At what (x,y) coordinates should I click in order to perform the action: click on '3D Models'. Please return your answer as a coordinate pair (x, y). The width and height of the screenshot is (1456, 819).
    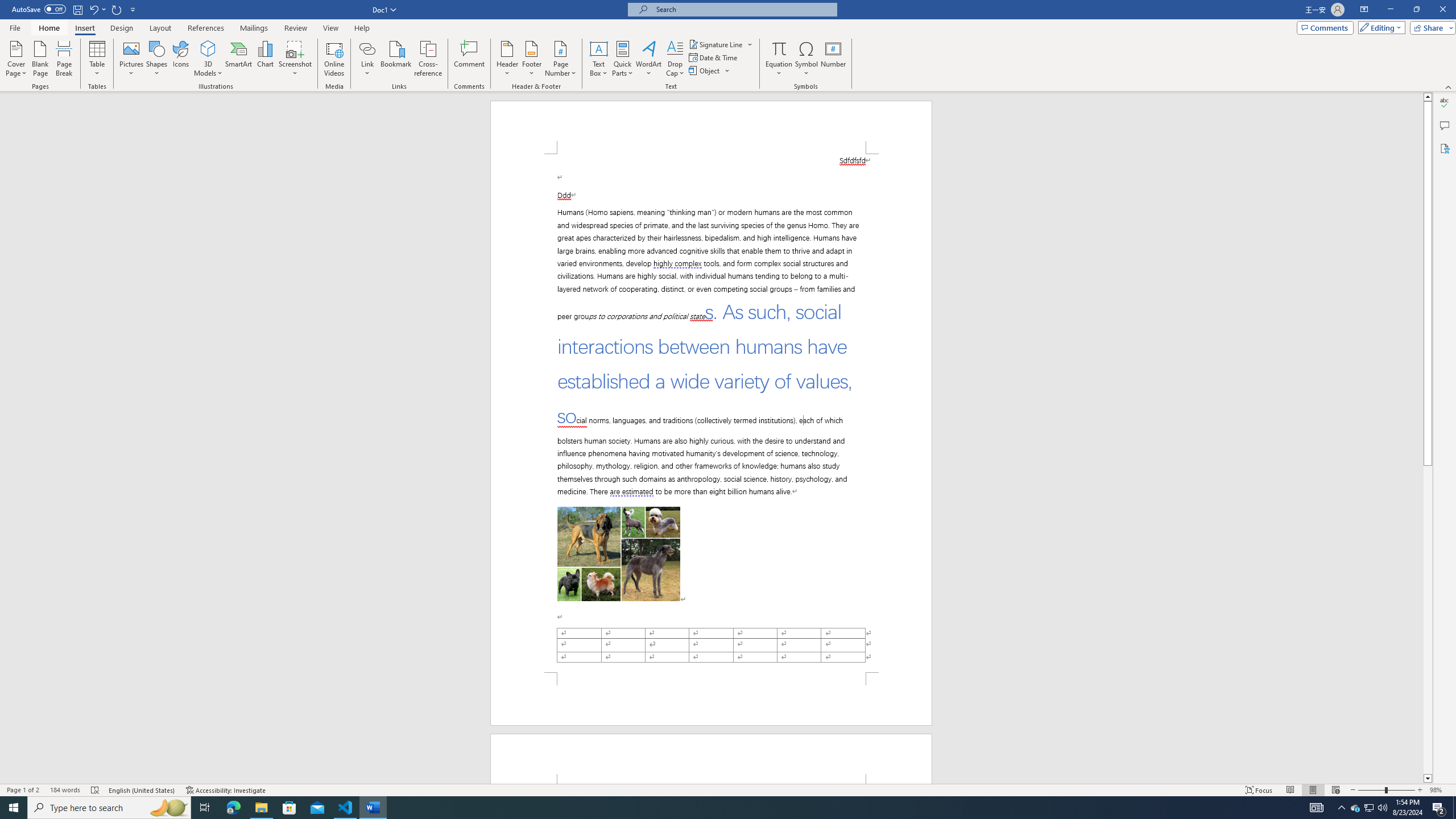
    Looking at the image, I should click on (208, 59).